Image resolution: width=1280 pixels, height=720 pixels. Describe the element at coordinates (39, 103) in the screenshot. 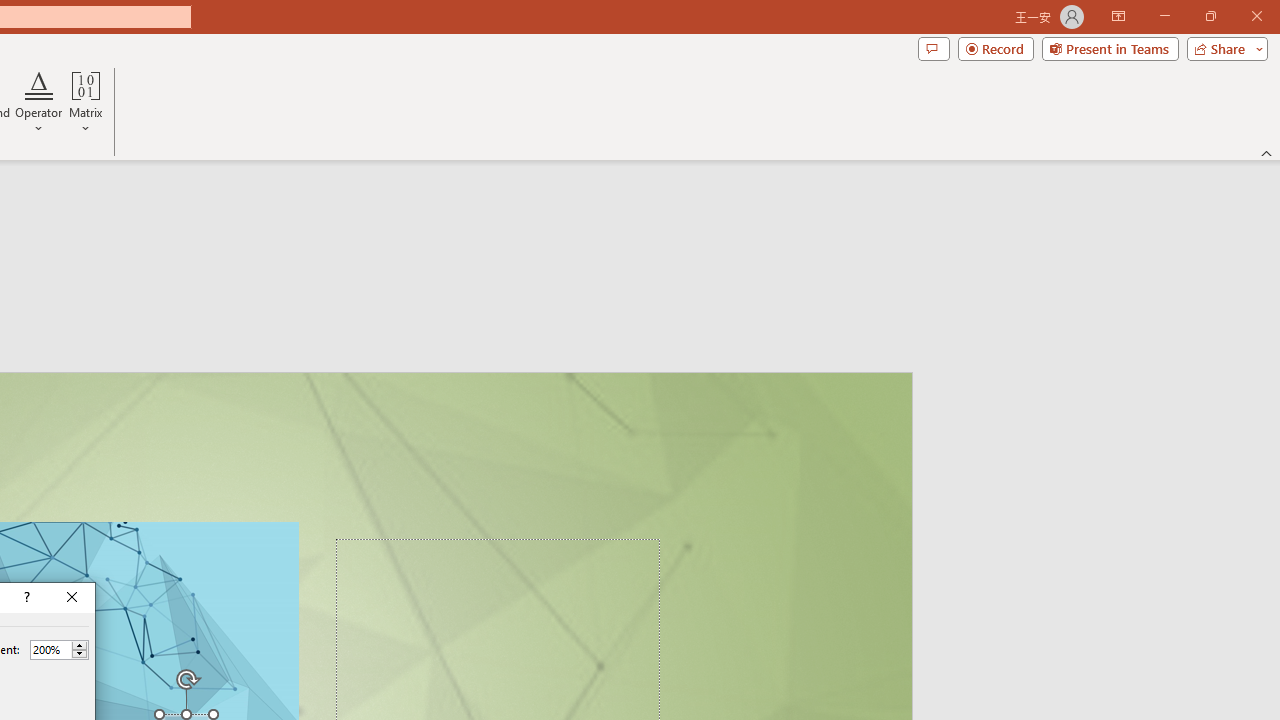

I see `'Operator'` at that location.